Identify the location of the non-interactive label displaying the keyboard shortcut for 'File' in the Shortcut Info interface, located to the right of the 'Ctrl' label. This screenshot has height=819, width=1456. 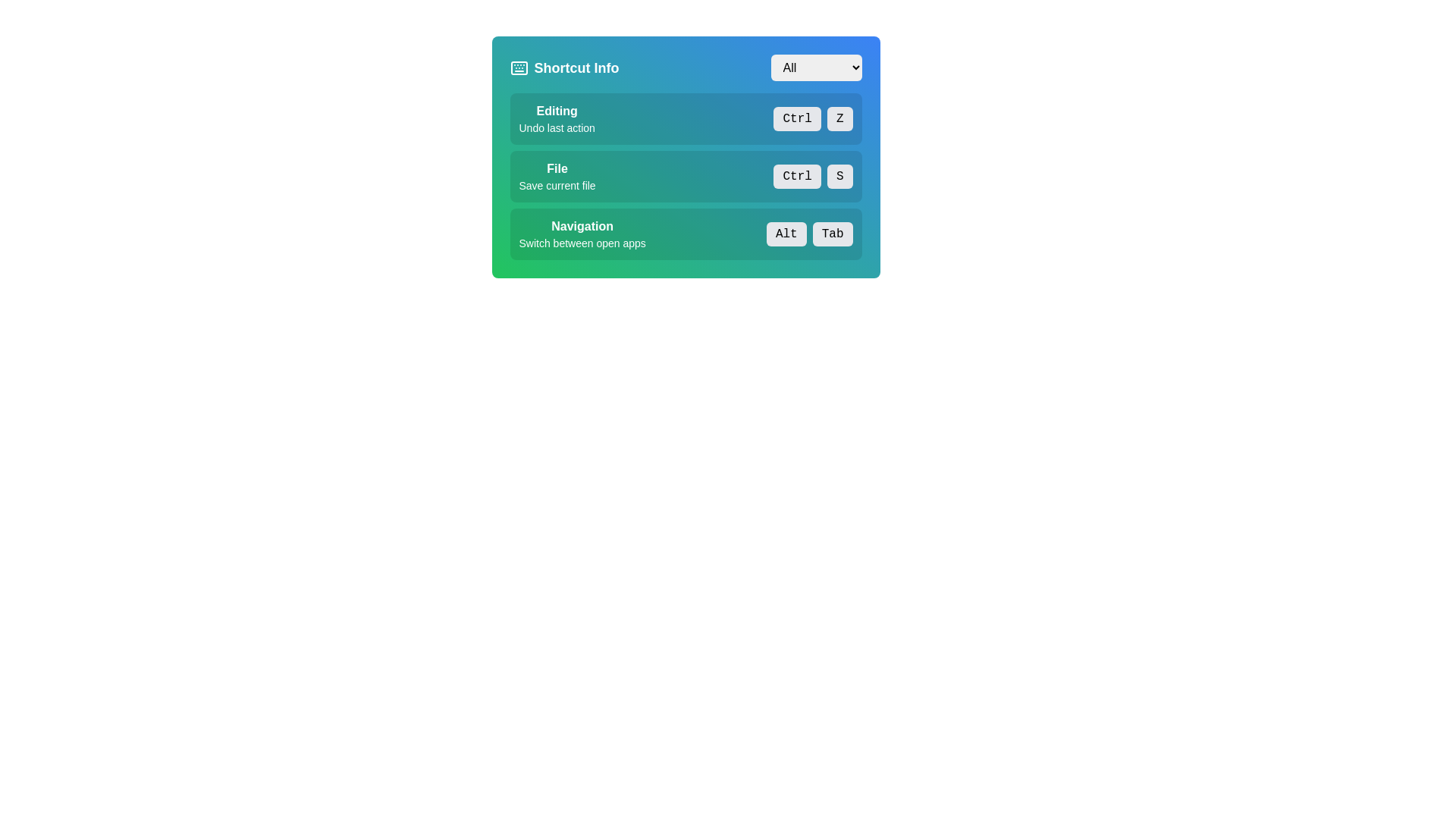
(839, 175).